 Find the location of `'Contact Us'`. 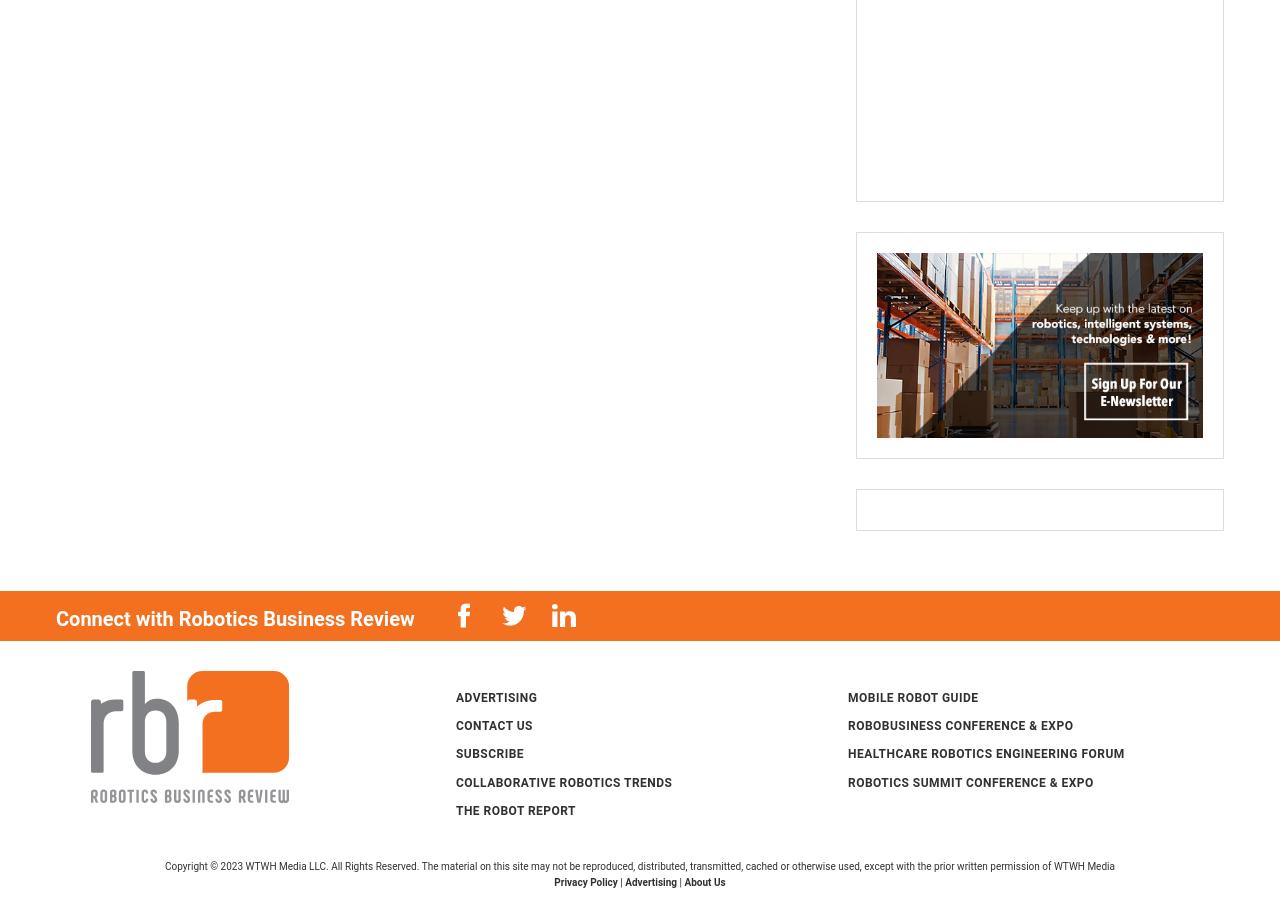

'Contact Us' is located at coordinates (493, 726).